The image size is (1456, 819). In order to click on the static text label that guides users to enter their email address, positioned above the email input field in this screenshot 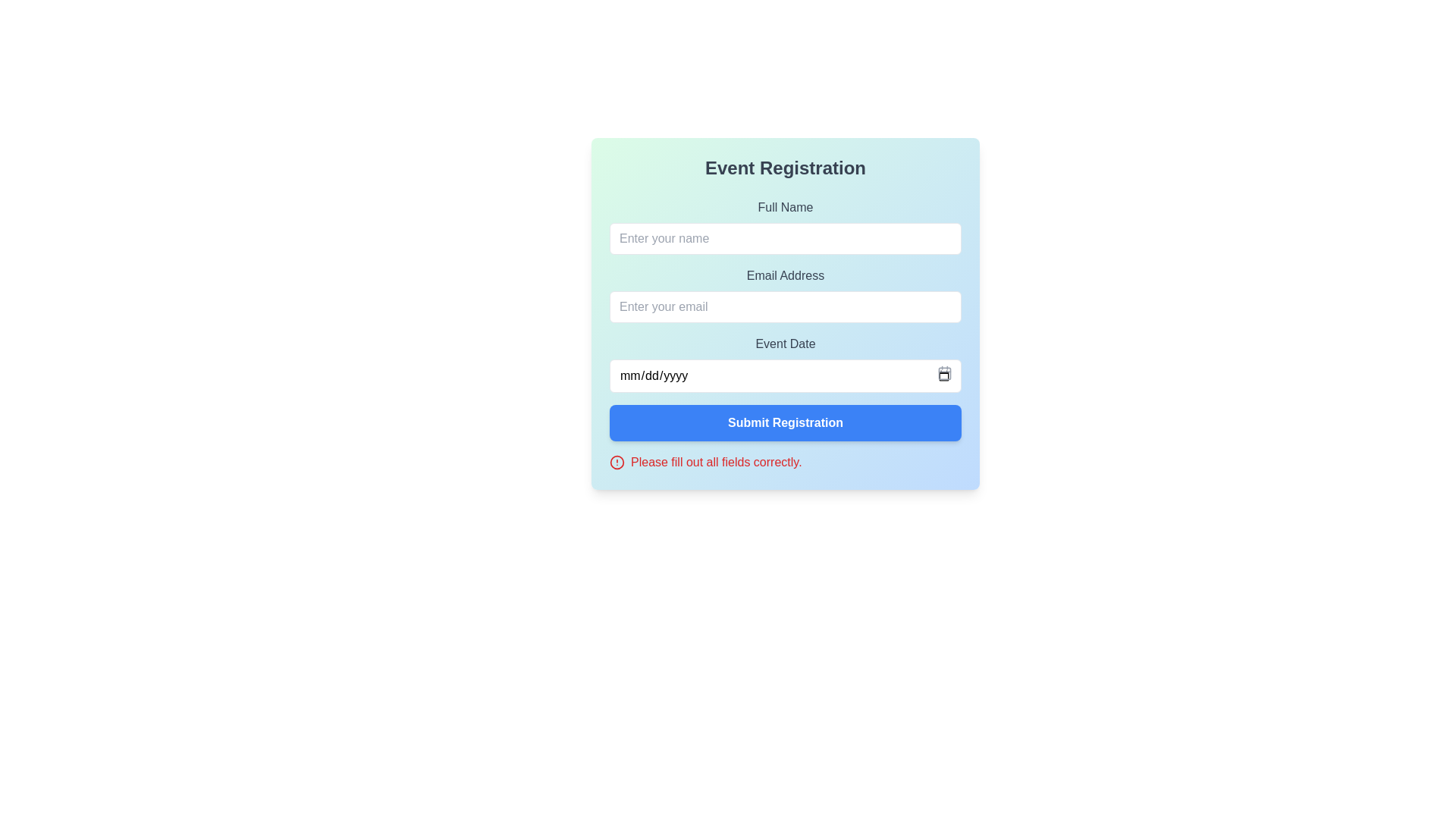, I will do `click(786, 275)`.